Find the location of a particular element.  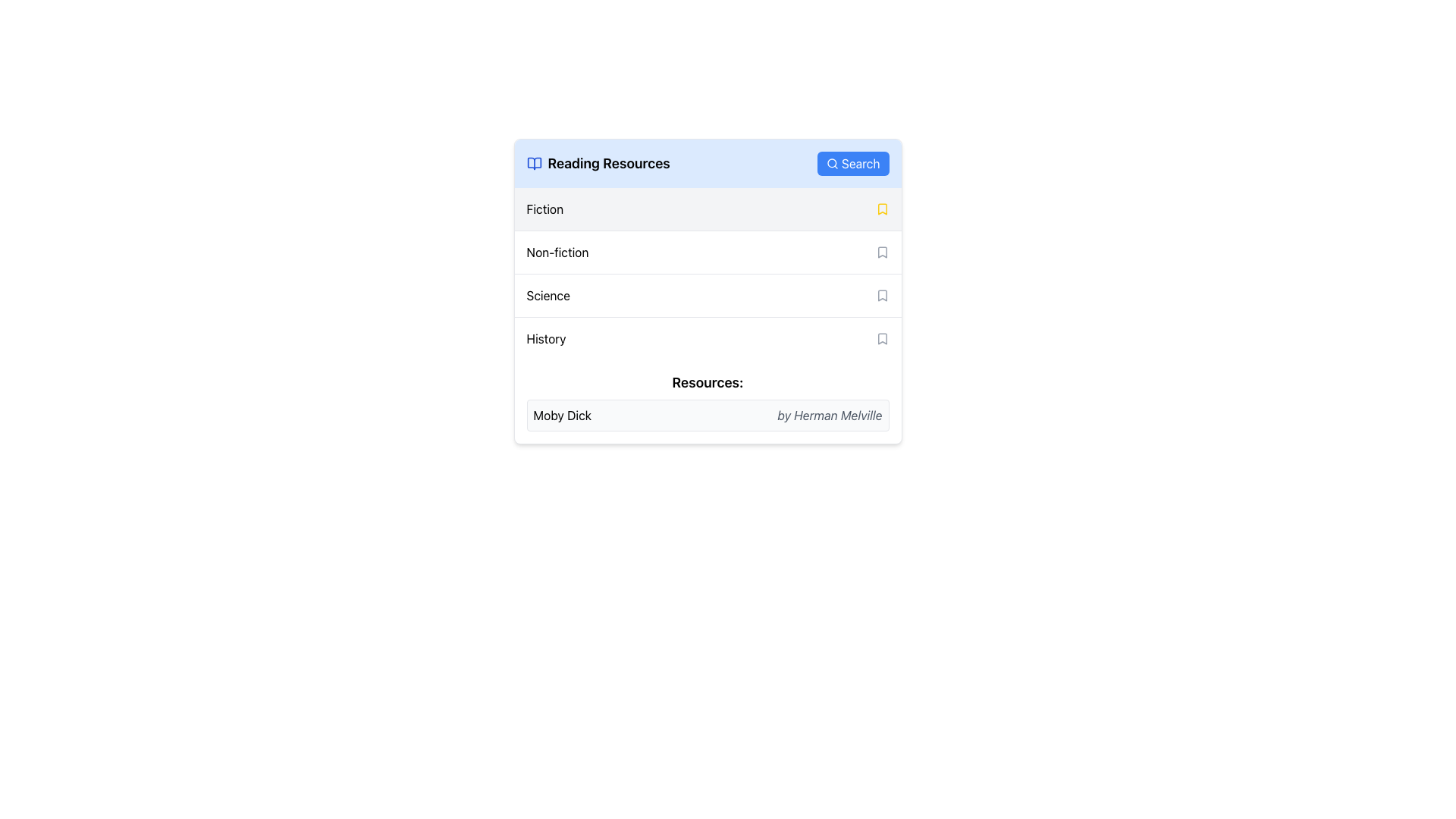

text label indicating the purpose of the search button in the top-right corner of the 'Reading Resources' panel is located at coordinates (861, 164).